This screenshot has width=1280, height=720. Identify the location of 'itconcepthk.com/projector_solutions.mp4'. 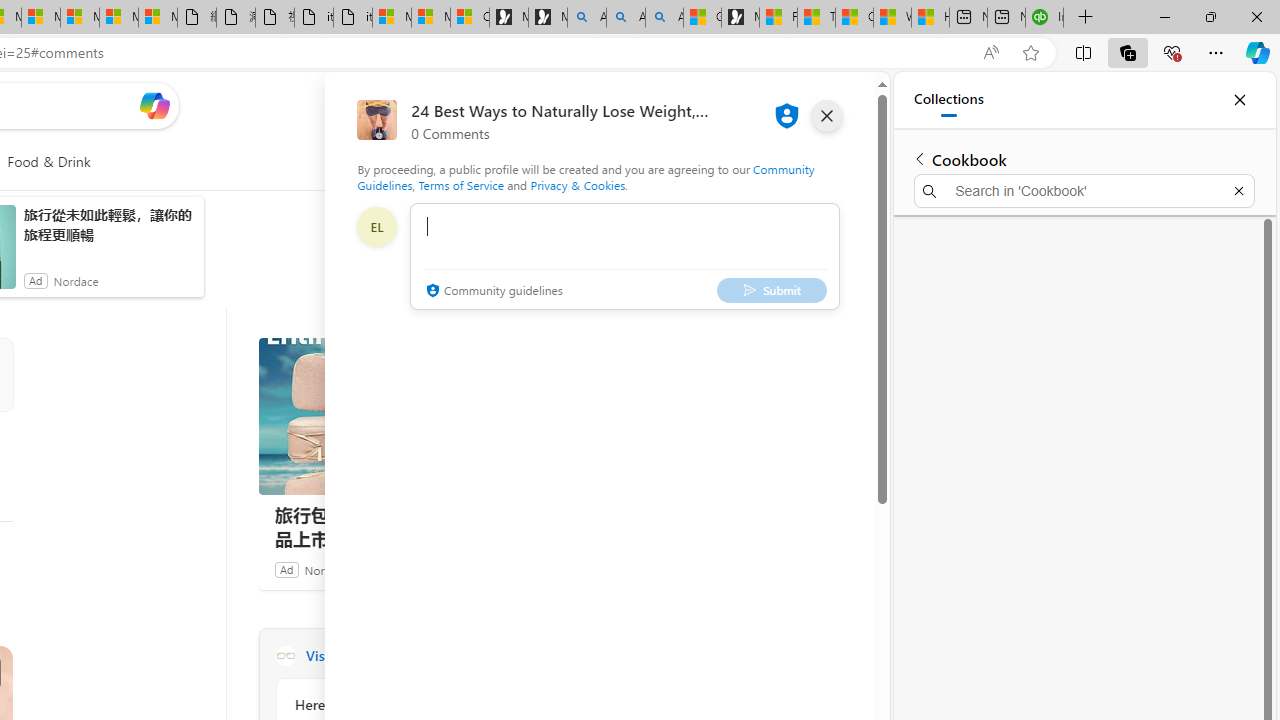
(353, 17).